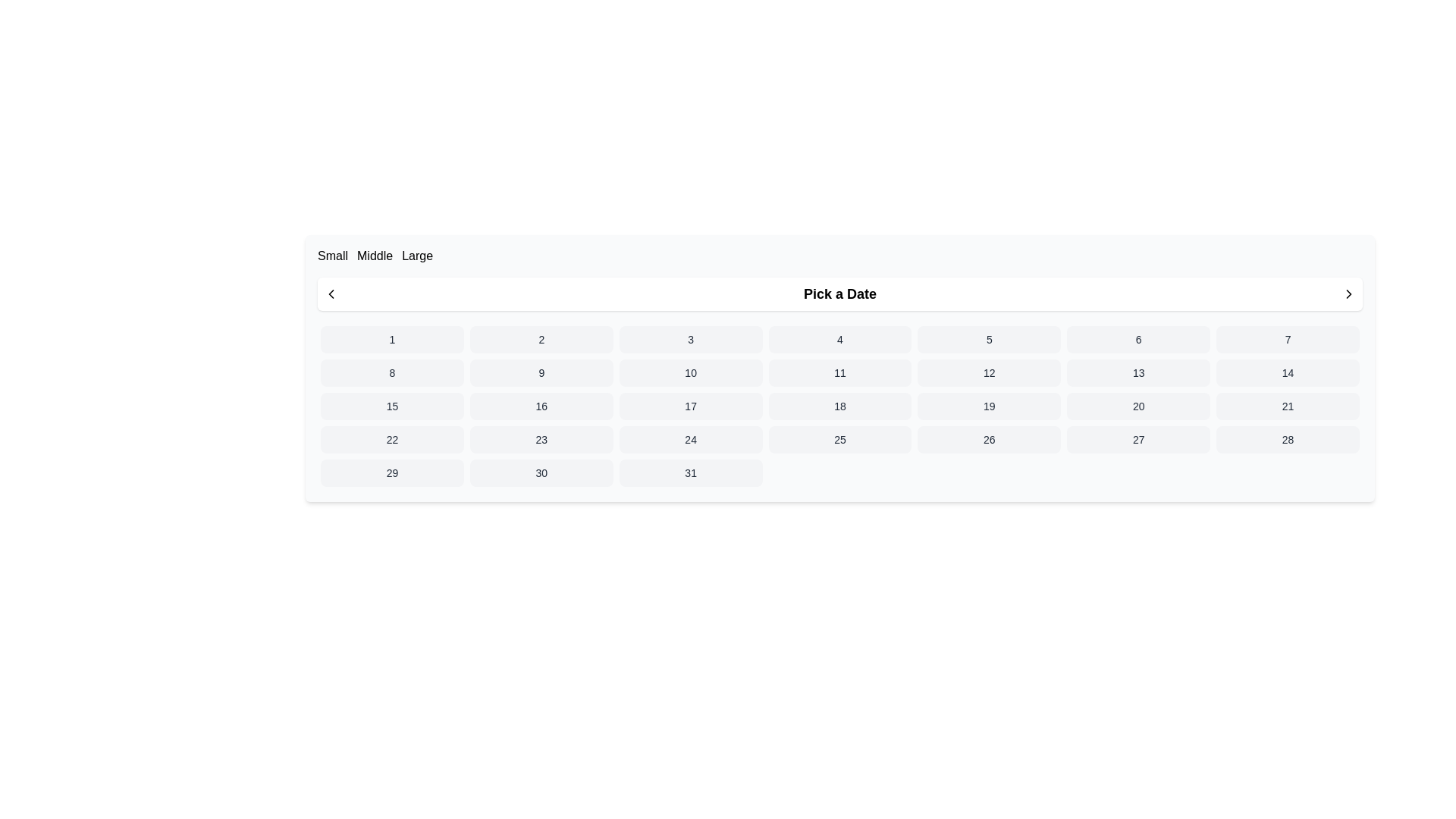  Describe the element at coordinates (541, 472) in the screenshot. I see `the date selection button labeled '30' in the date picker interface` at that location.